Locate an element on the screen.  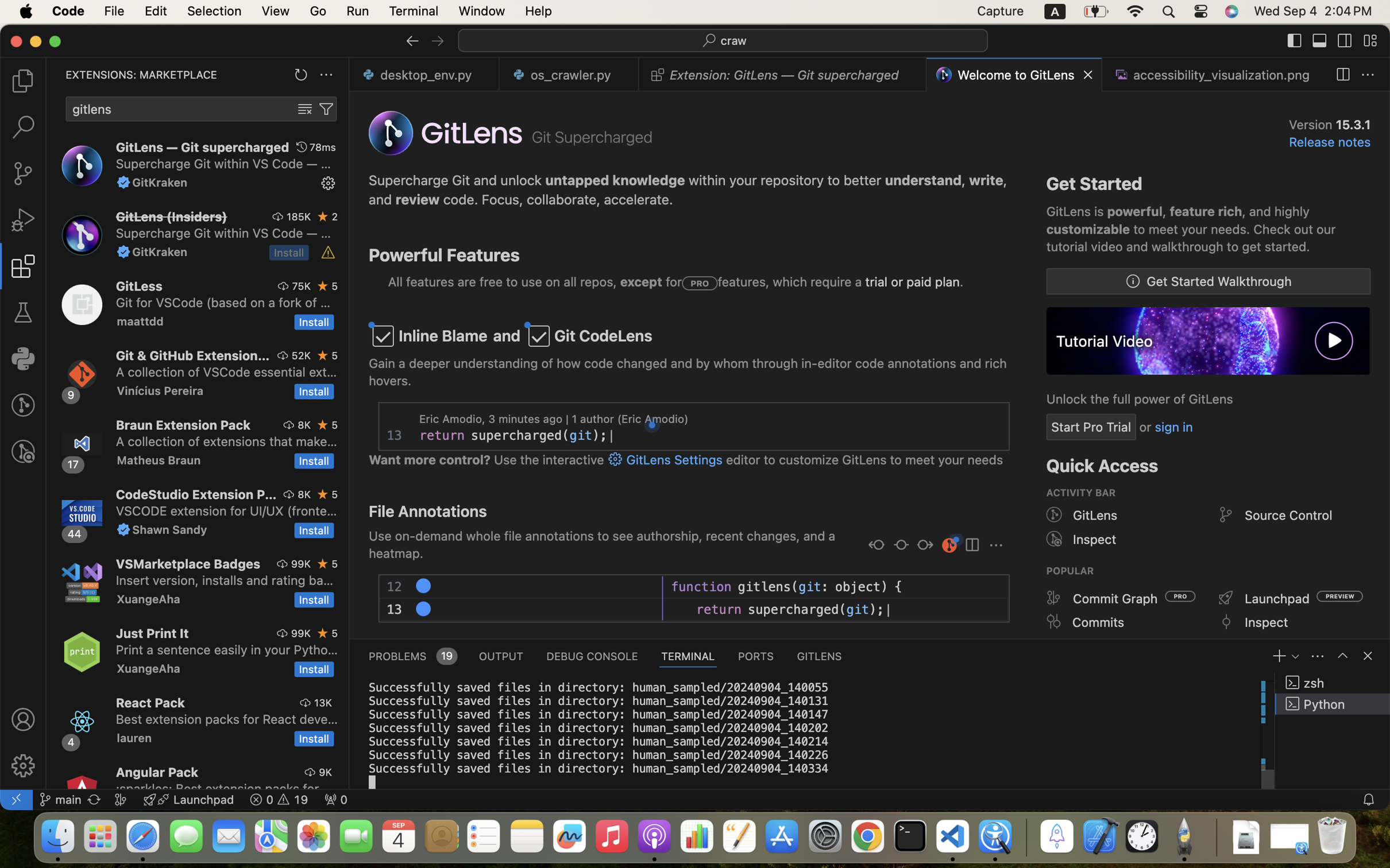
'99K' is located at coordinates (300, 563).